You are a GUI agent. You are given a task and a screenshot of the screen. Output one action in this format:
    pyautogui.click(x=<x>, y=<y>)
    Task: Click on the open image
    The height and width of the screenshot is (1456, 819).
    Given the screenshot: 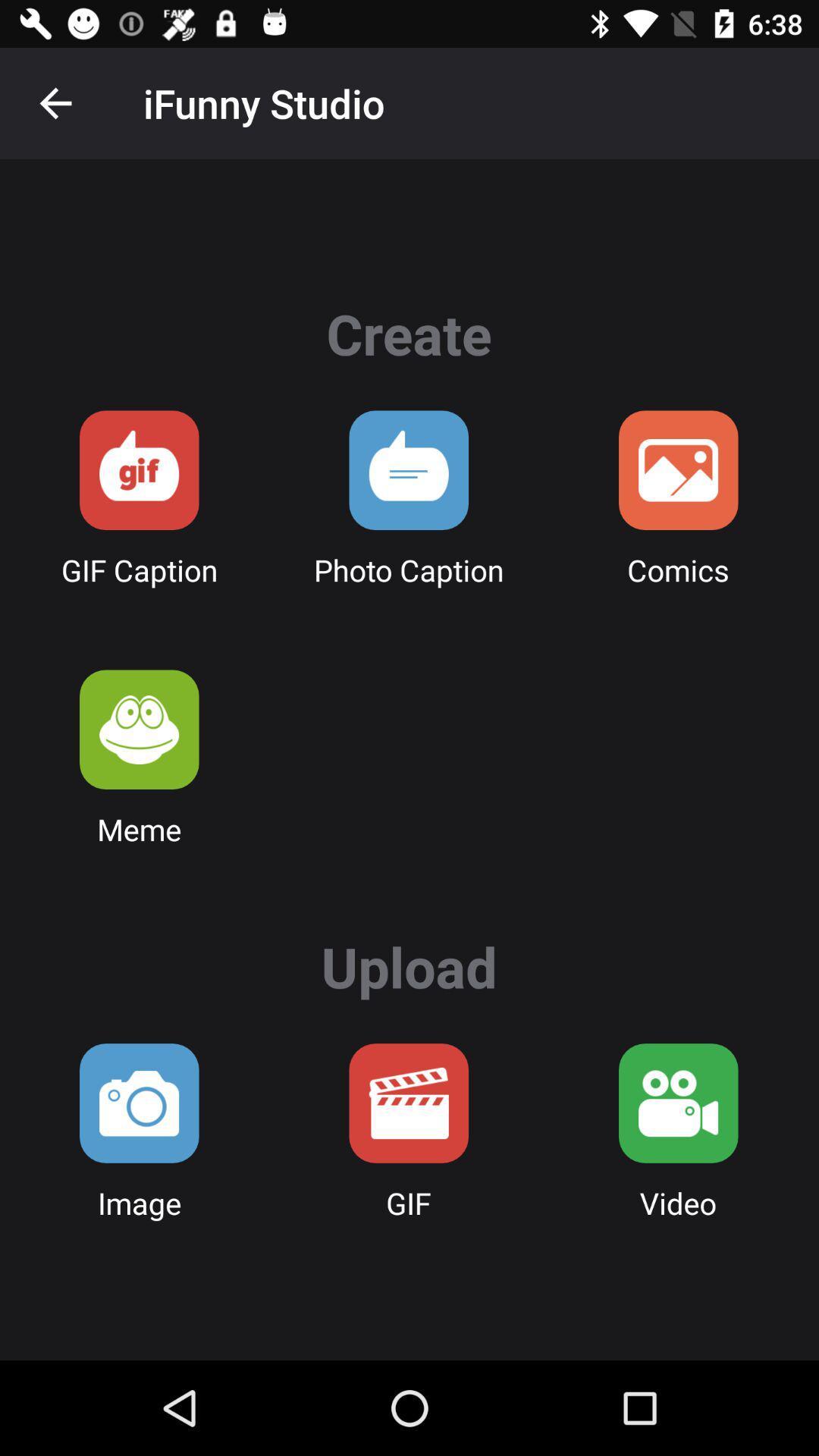 What is the action you would take?
    pyautogui.click(x=139, y=1103)
    